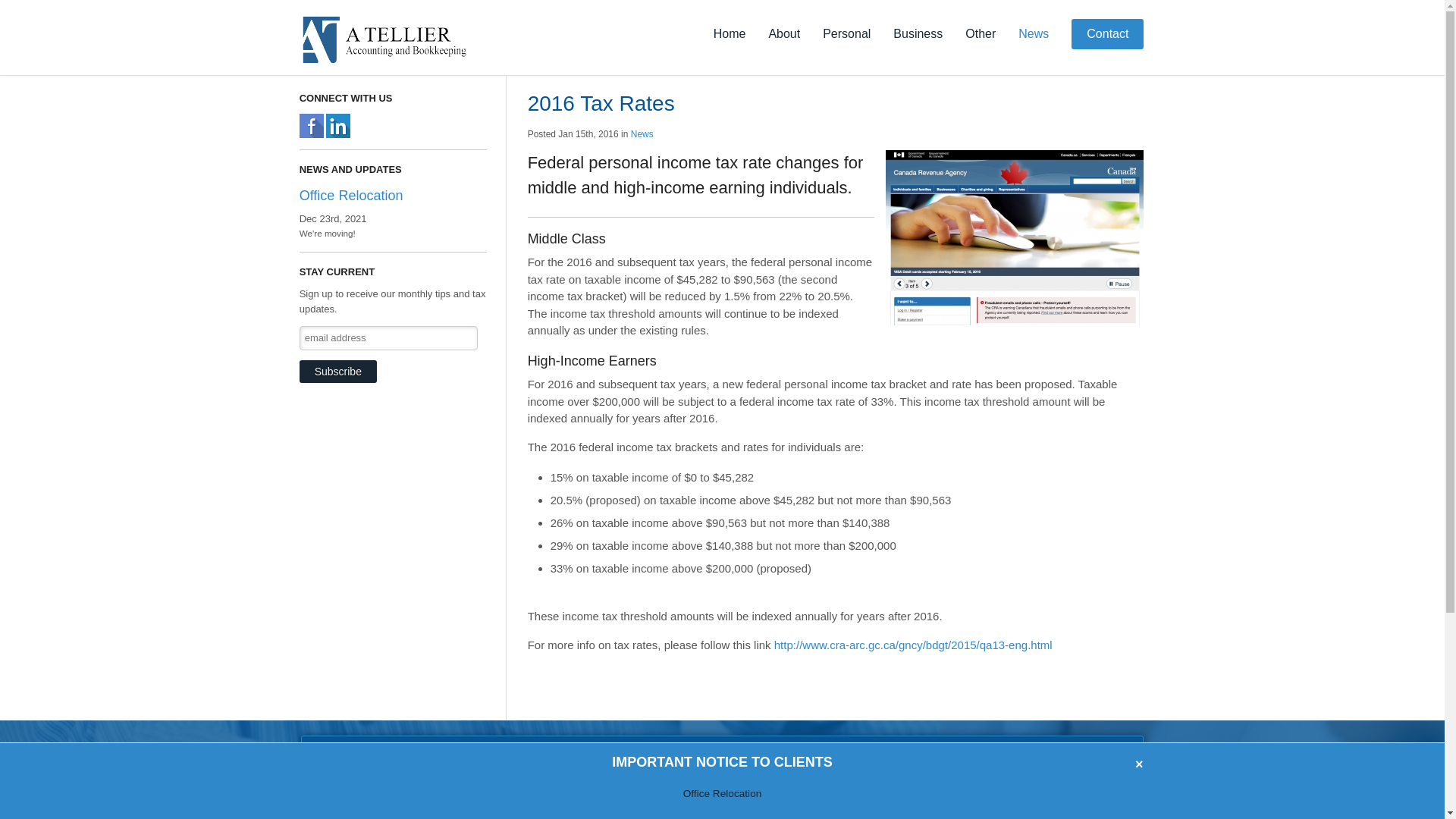  What do you see at coordinates (917, 34) in the screenshot?
I see `'Business'` at bounding box center [917, 34].